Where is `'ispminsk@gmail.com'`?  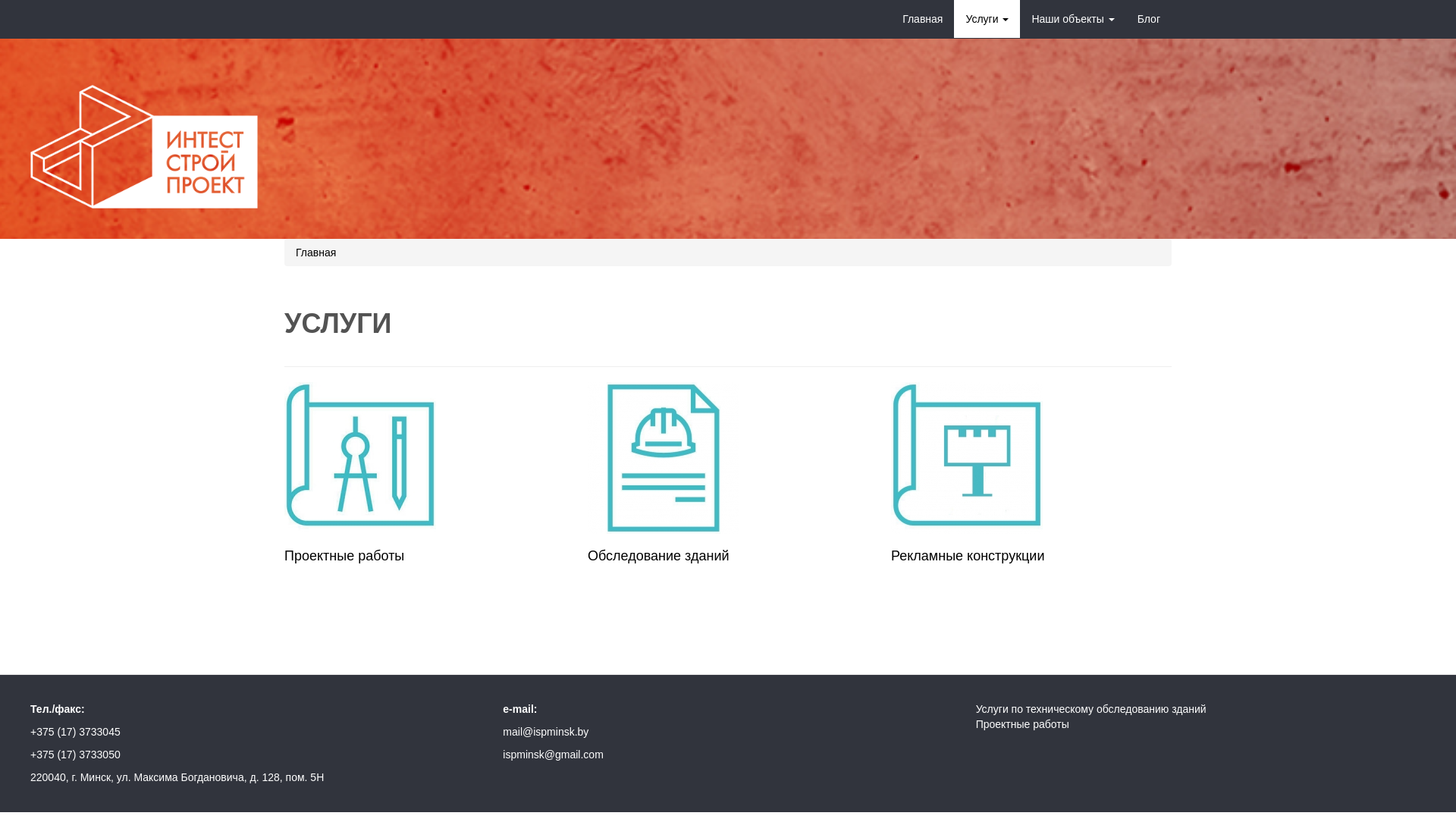
'ispminsk@gmail.com' is located at coordinates (502, 755).